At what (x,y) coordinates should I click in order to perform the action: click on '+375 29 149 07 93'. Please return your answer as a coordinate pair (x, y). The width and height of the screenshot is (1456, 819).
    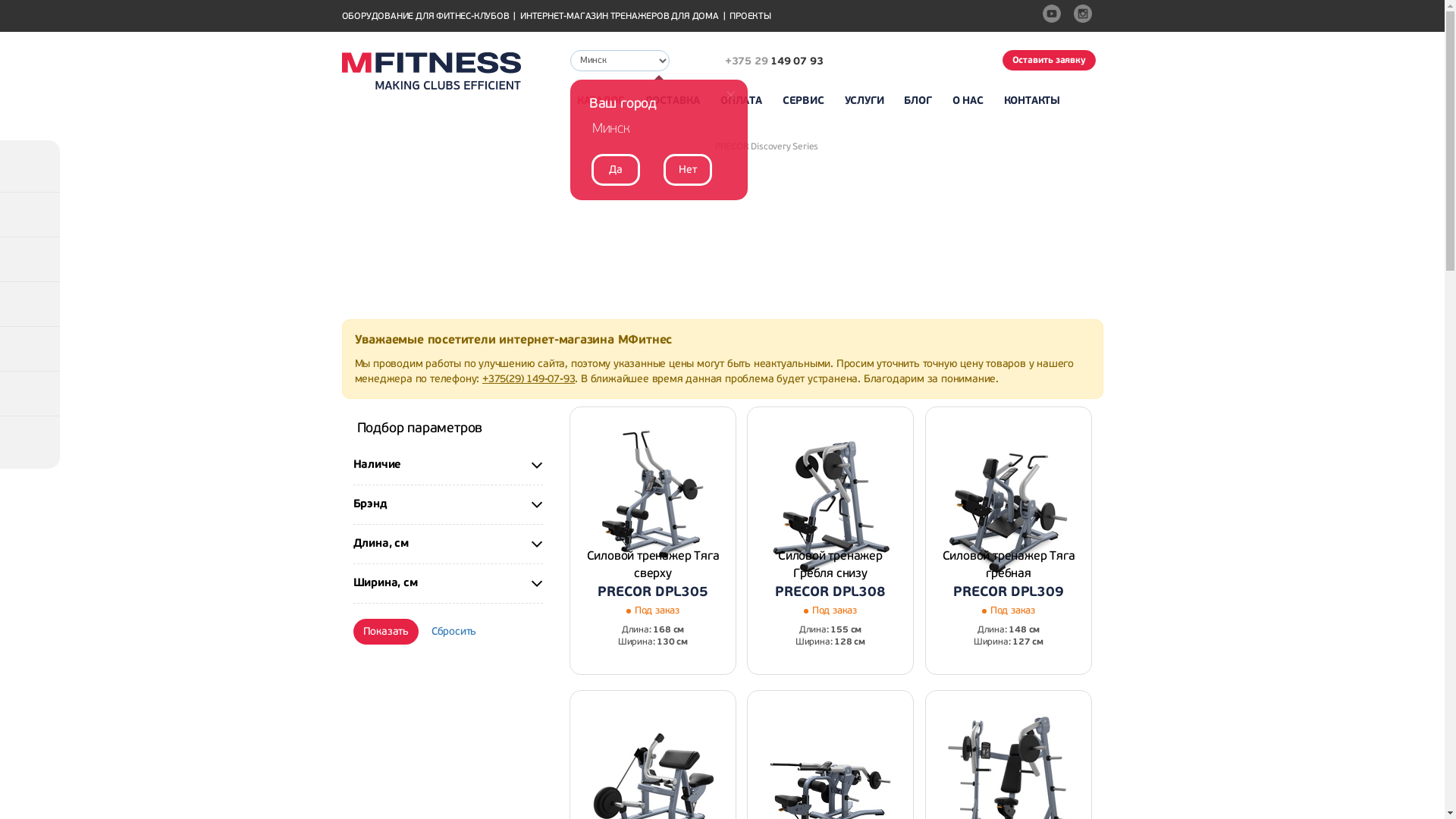
    Looking at the image, I should click on (760, 61).